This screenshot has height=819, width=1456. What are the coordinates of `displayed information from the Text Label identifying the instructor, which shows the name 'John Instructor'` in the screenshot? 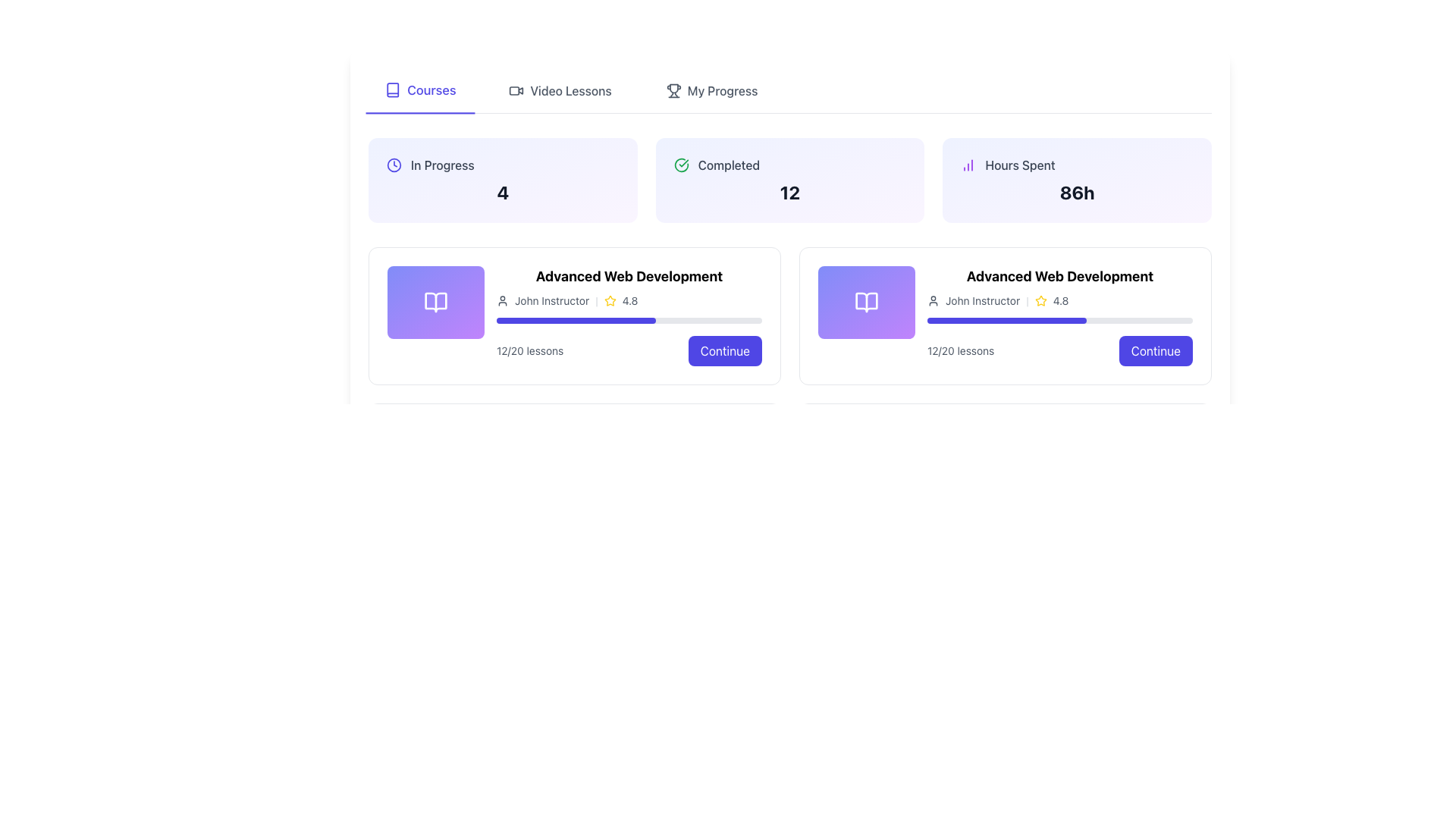 It's located at (983, 301).